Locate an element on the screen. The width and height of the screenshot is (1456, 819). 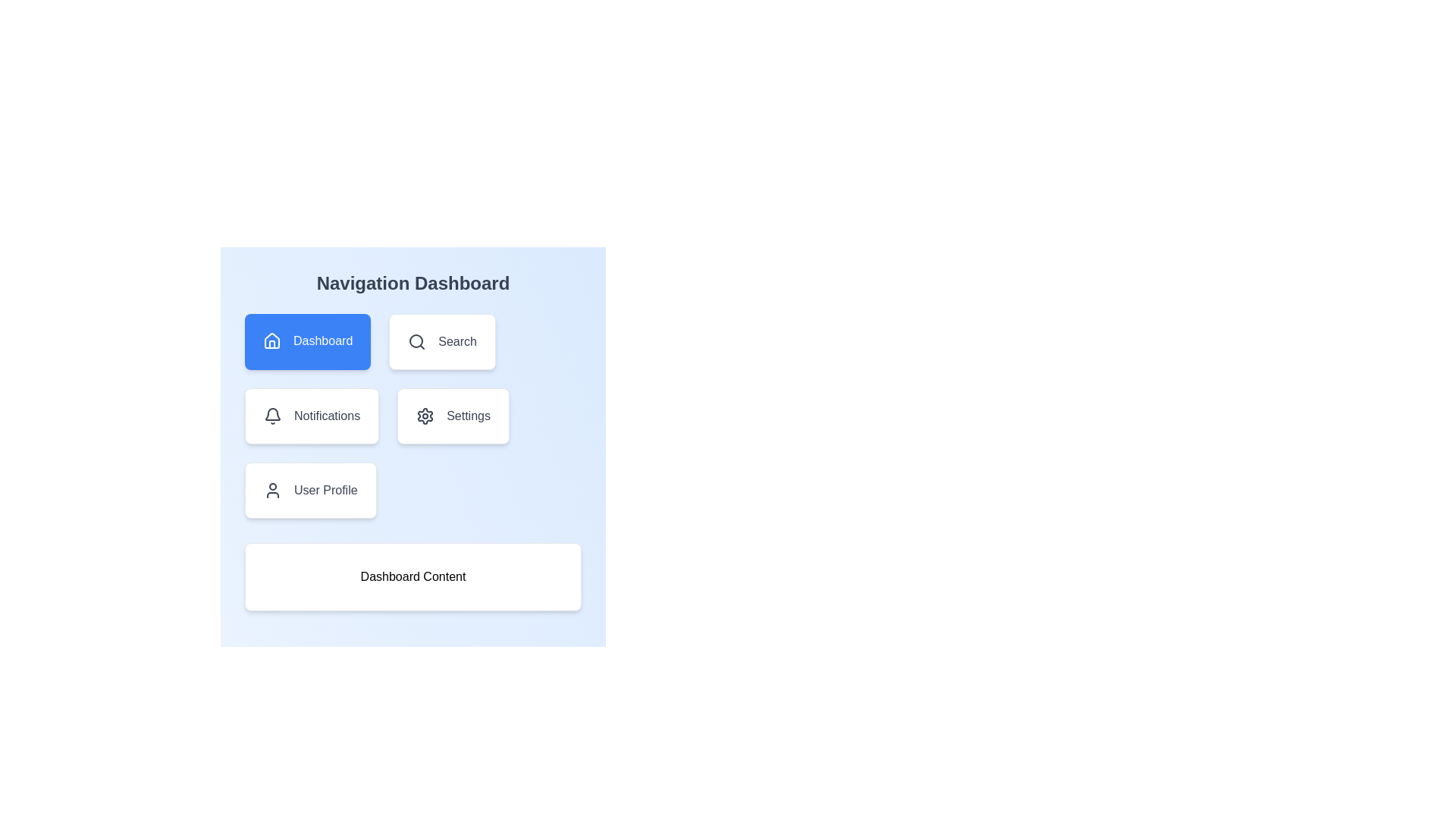
the 'Settings' text label, which is displayed in a medium-weight font within a rectangular button located in the bottom-right section of the main navigation area is located at coordinates (468, 416).